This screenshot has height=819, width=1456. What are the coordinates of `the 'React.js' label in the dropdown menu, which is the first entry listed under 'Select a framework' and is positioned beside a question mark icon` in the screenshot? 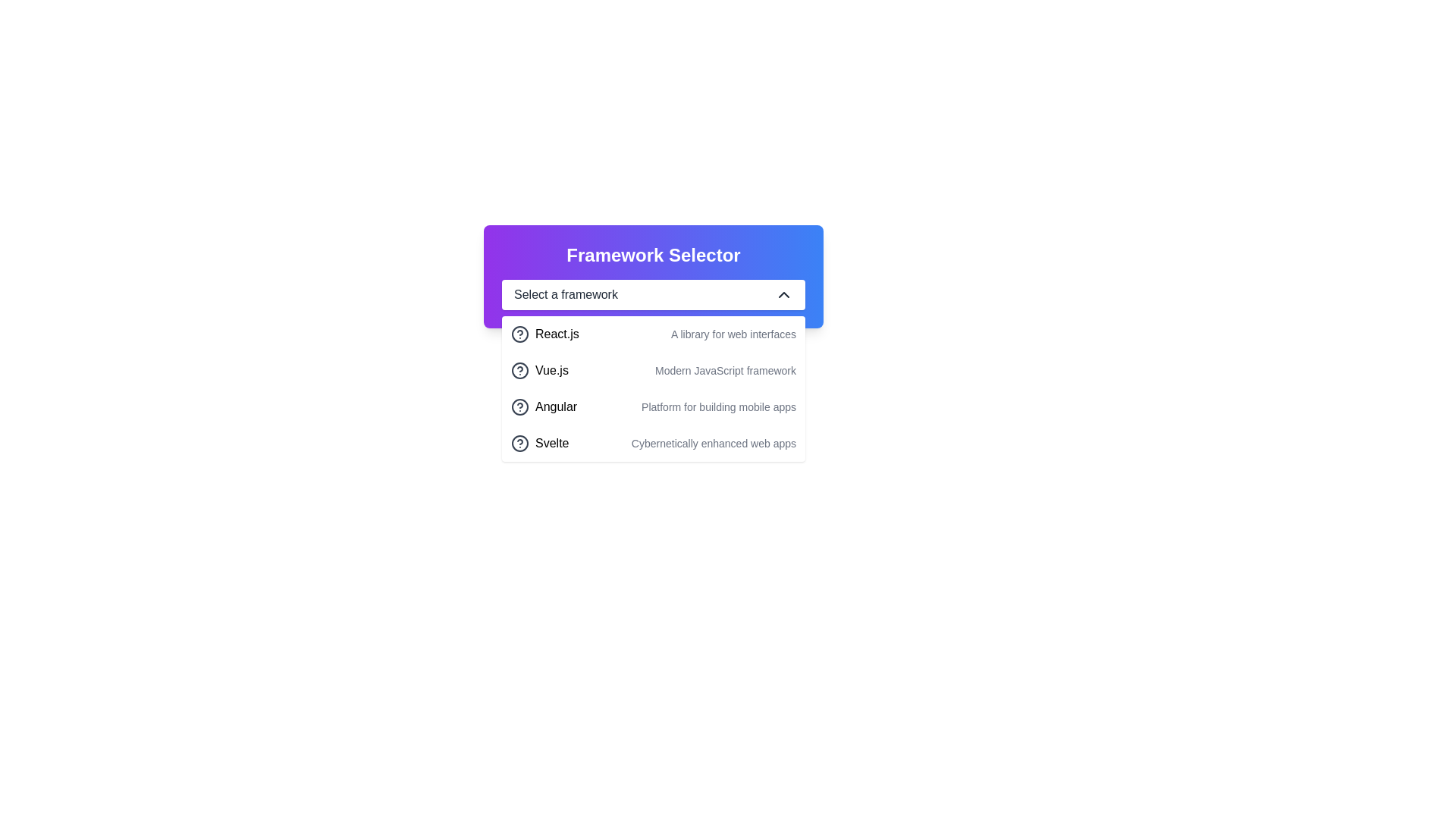 It's located at (544, 333).